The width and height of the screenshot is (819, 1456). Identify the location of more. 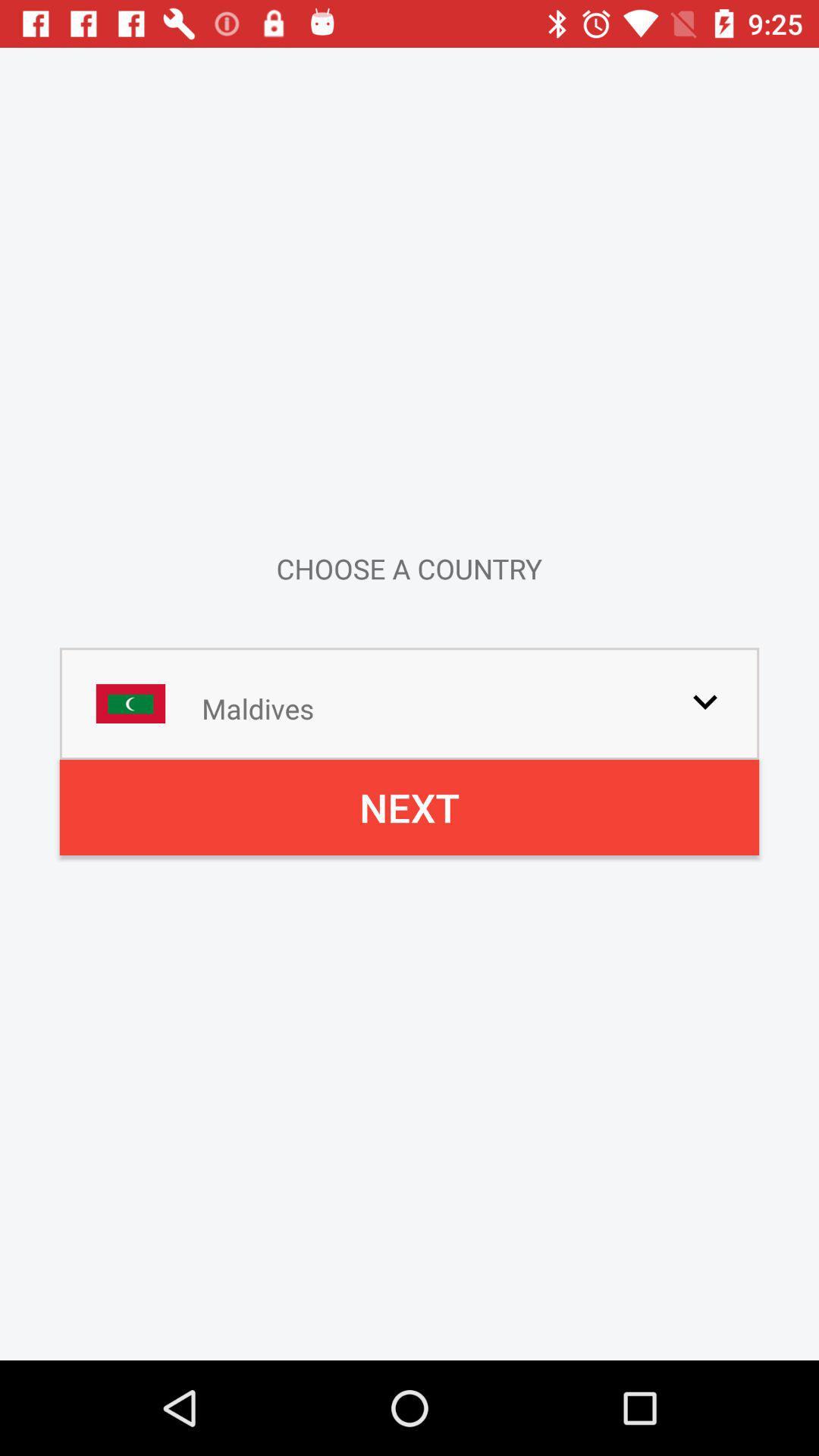
(704, 701).